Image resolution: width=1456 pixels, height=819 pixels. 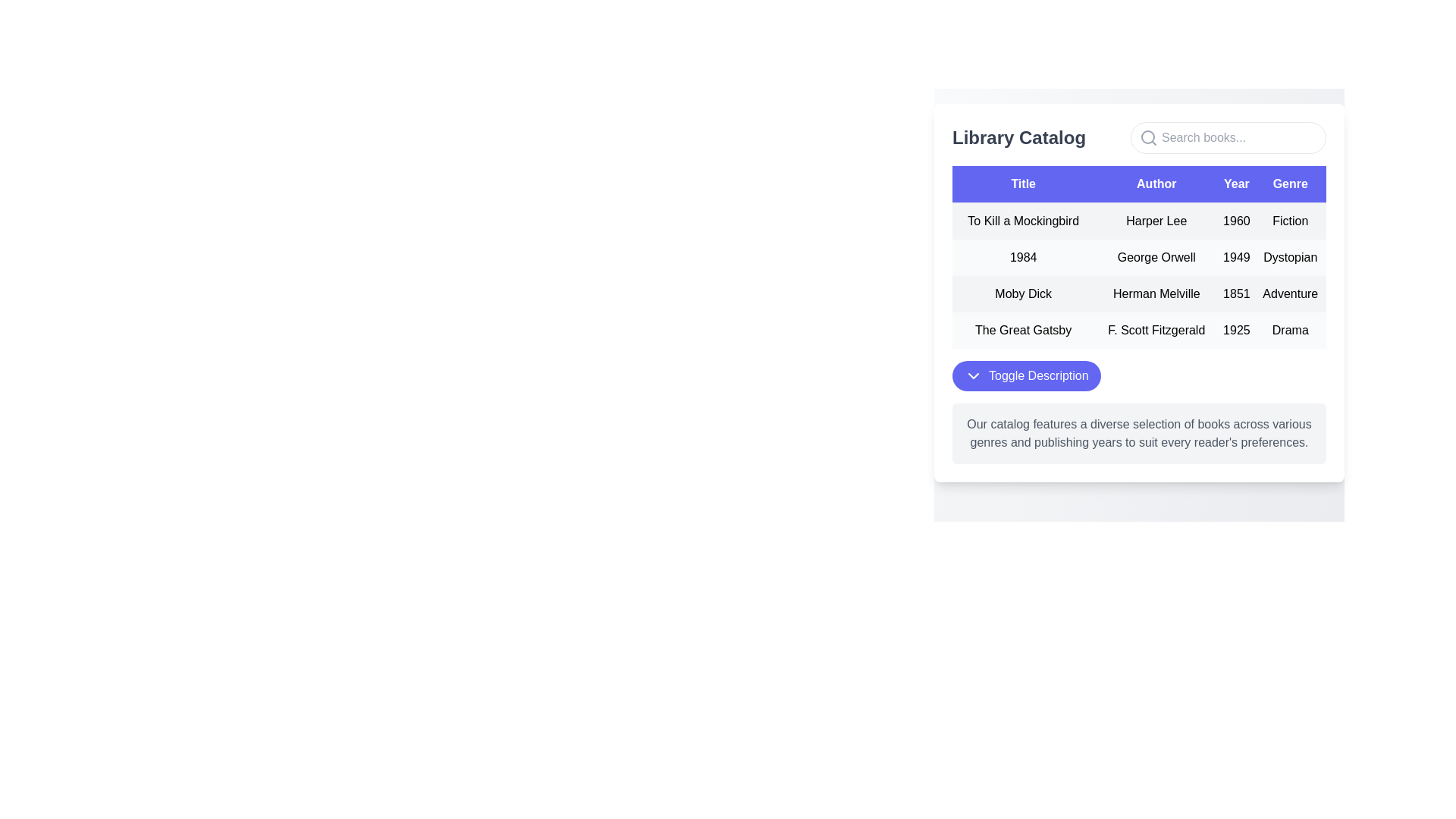 What do you see at coordinates (1156, 221) in the screenshot?
I see `the Text label indicating the author of the book in the 'Author' column of the first row, which is located between 'To Kill a Mockingbird' and '1960'` at bounding box center [1156, 221].